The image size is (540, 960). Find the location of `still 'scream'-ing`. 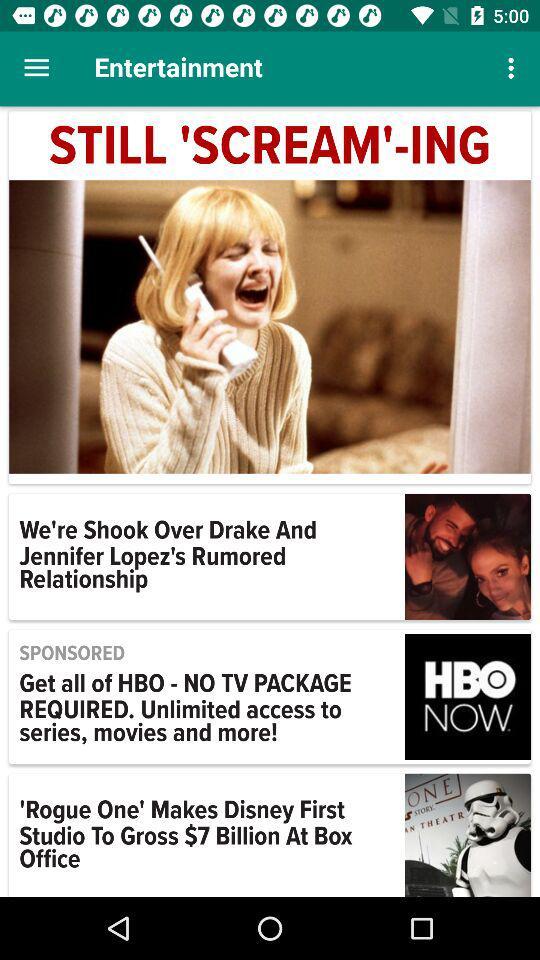

still 'scream'-ing is located at coordinates (270, 146).